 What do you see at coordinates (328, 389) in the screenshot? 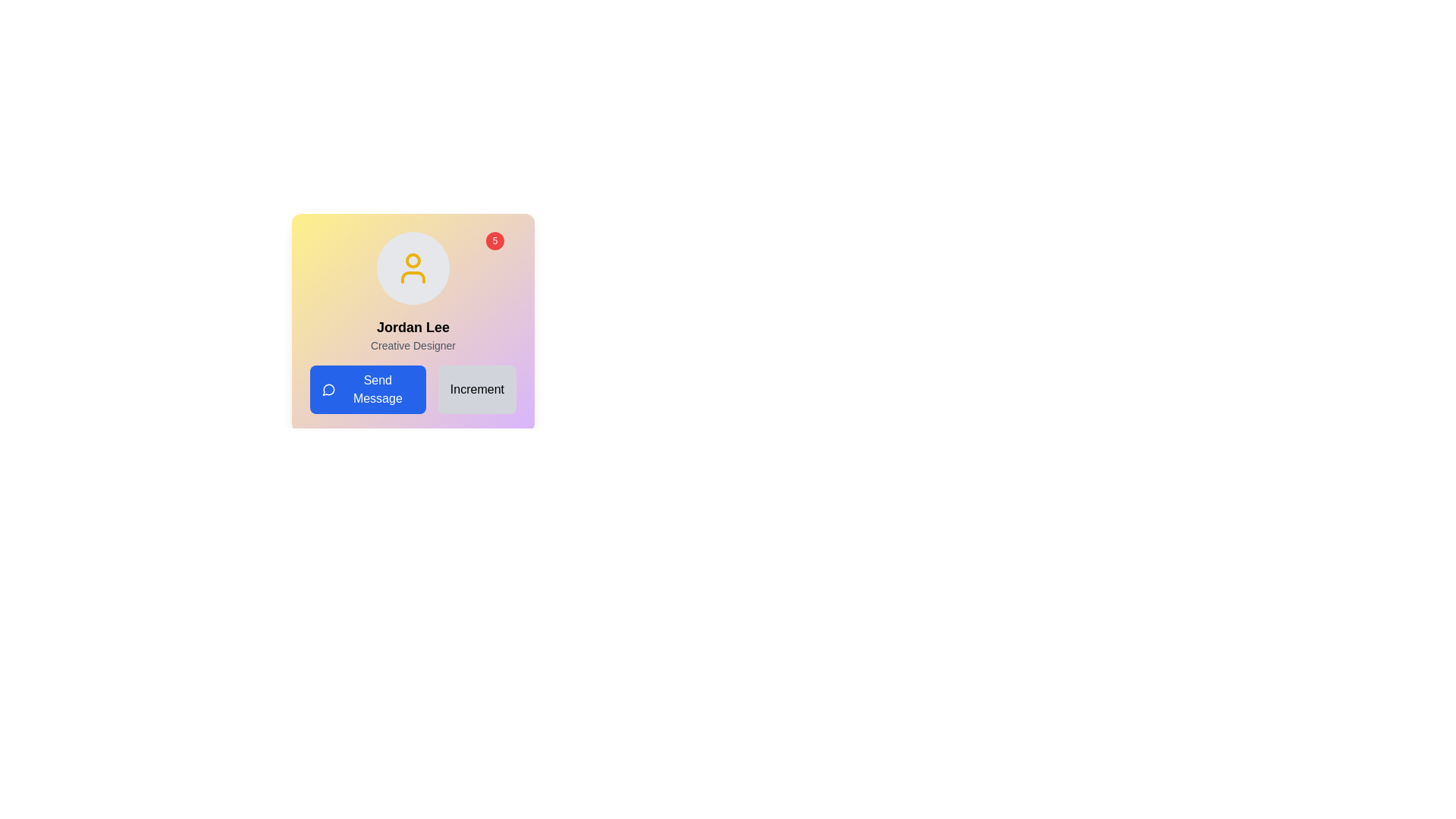
I see `the circular shape within the SVG comment icon, which is part of the chat UI component, located adjacent to the 'Send Message' button` at bounding box center [328, 389].